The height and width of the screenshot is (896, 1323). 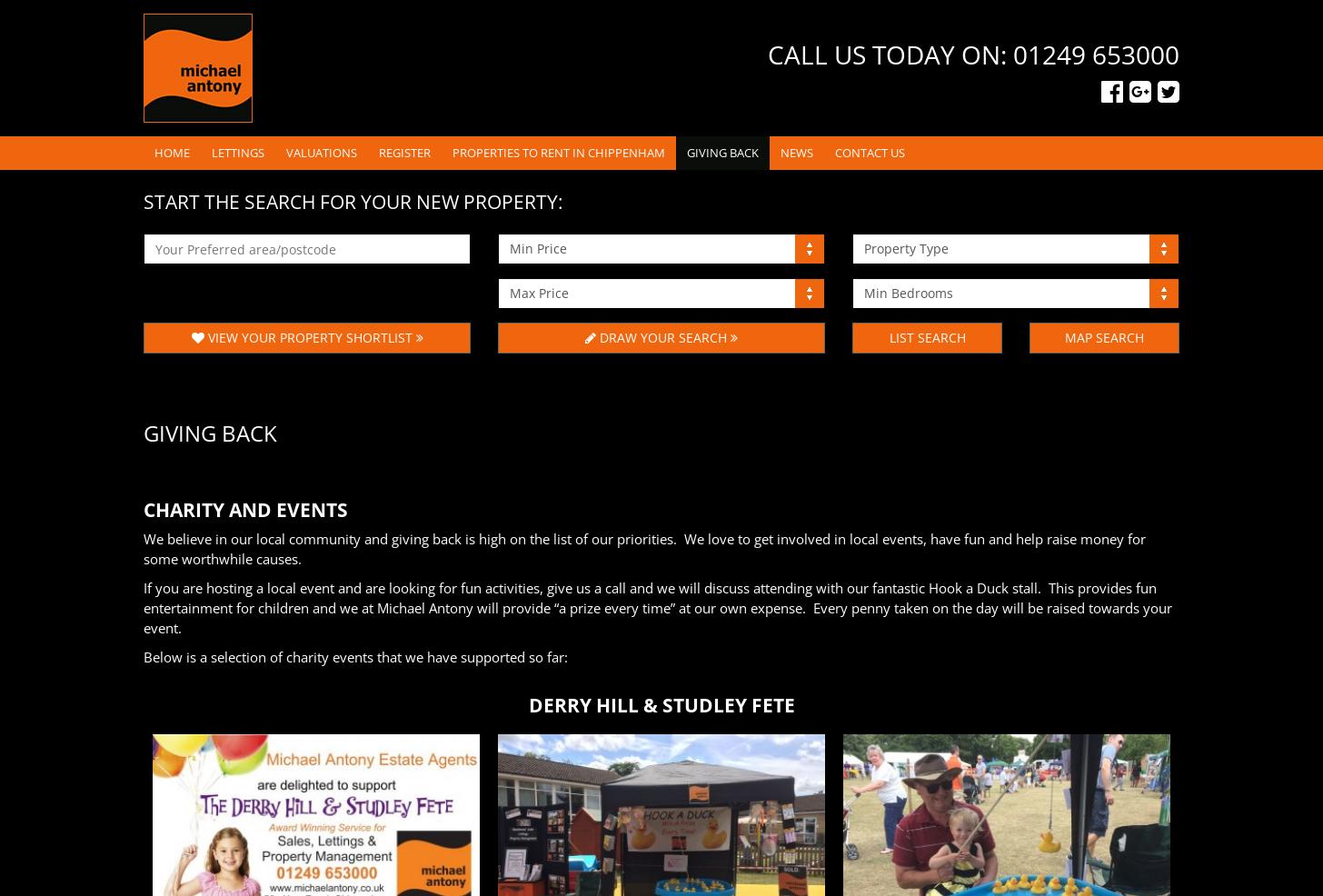 What do you see at coordinates (925, 336) in the screenshot?
I see `'List Search'` at bounding box center [925, 336].